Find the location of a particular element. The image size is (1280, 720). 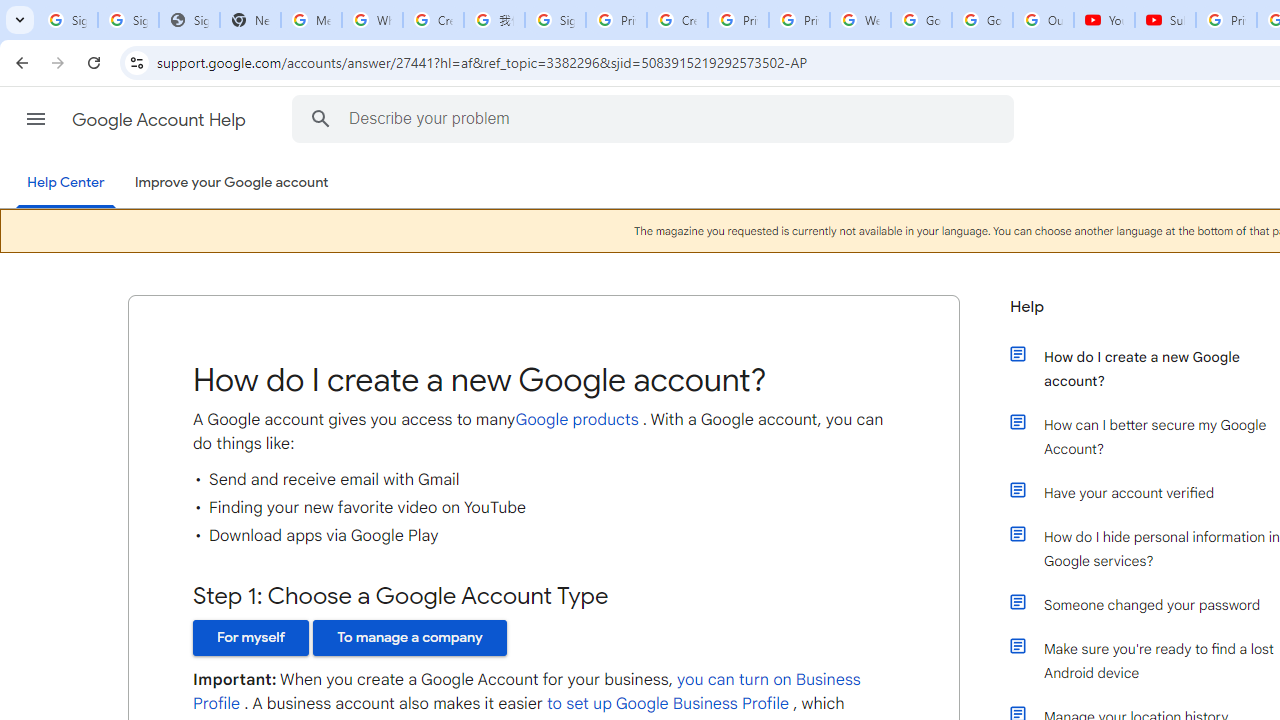

'to set up Google Business Profile' is located at coordinates (667, 703).